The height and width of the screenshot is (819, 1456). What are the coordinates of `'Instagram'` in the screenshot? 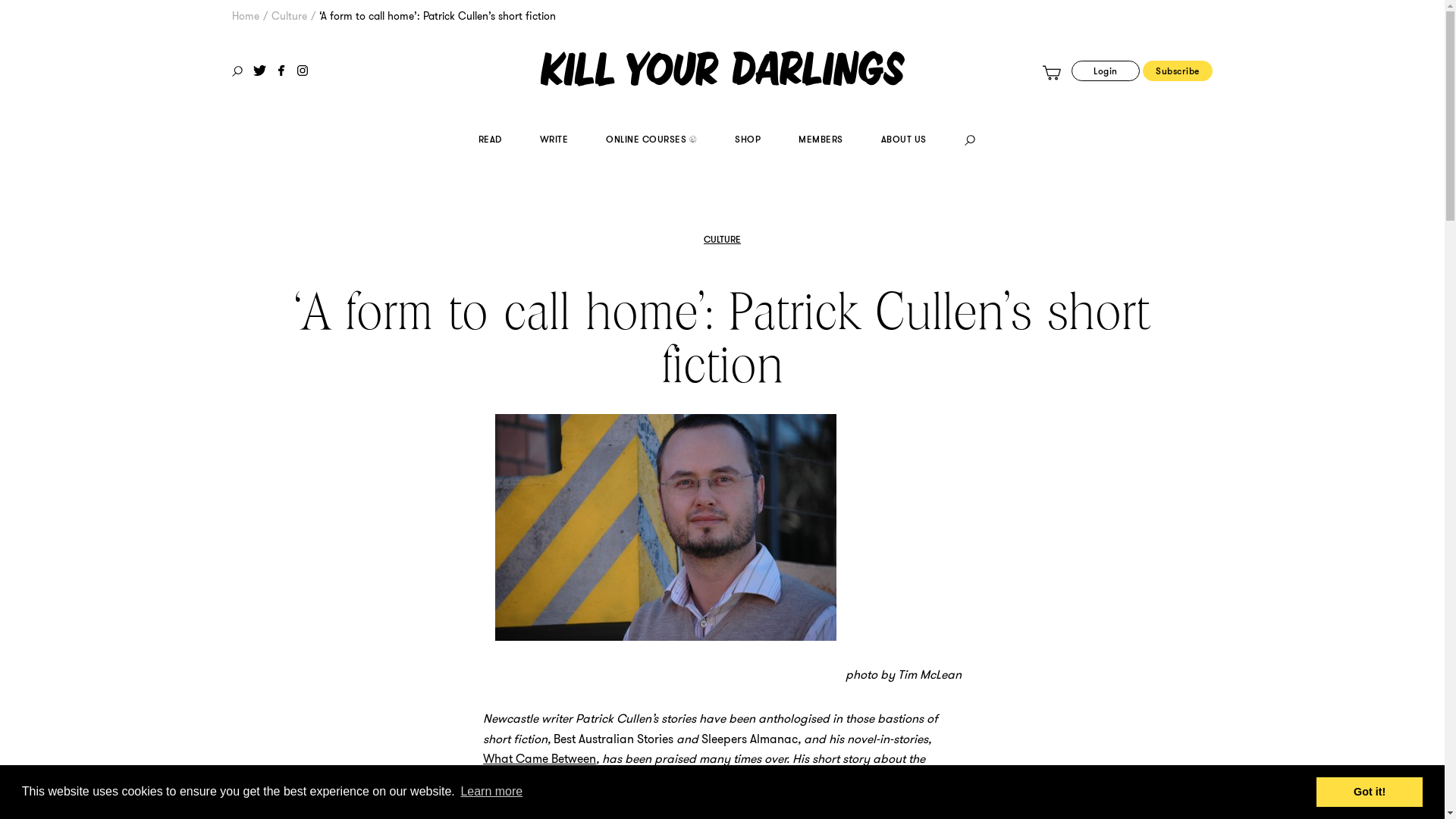 It's located at (302, 70).